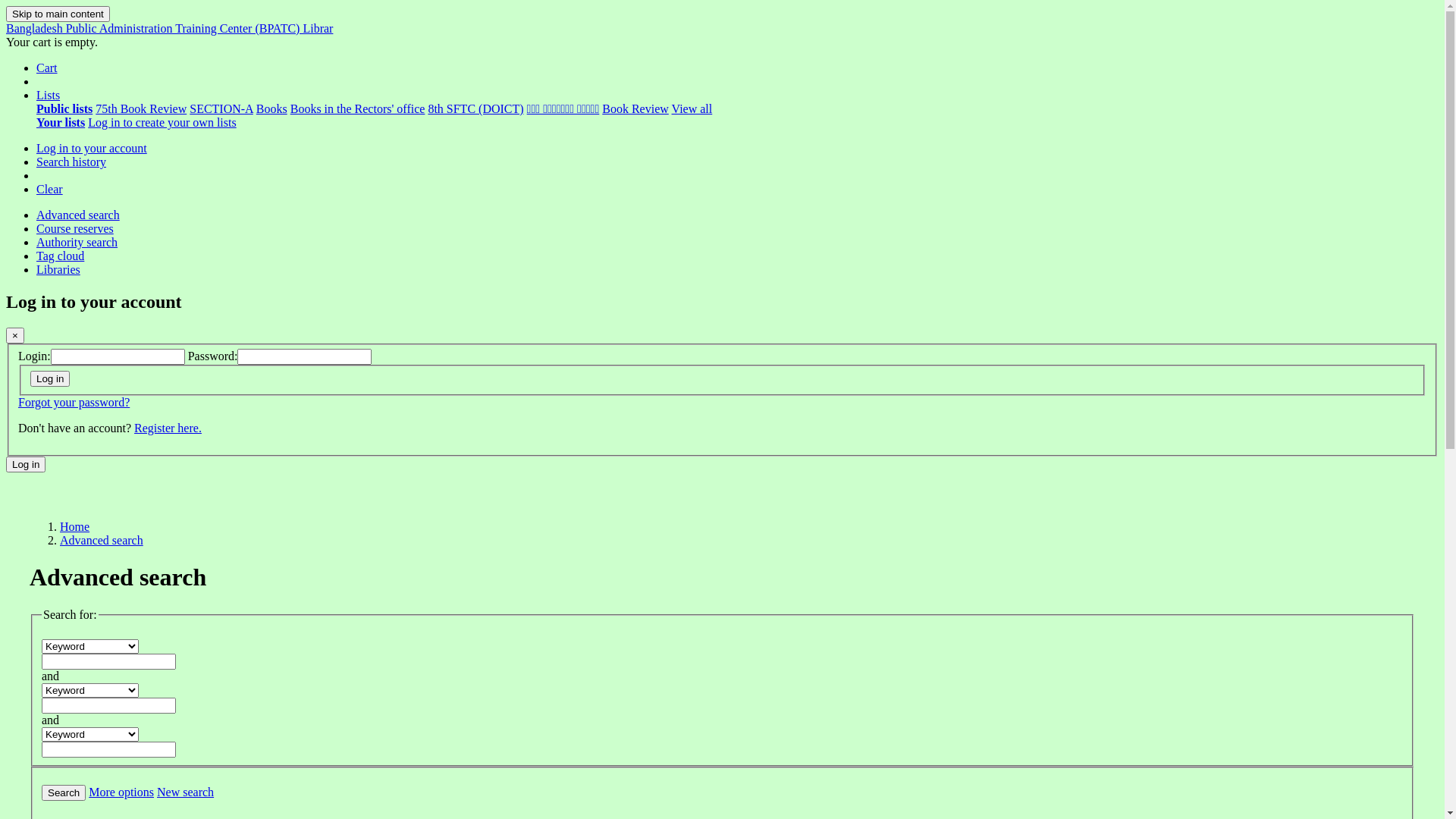  Describe the element at coordinates (64, 108) in the screenshot. I see `'Public lists'` at that location.